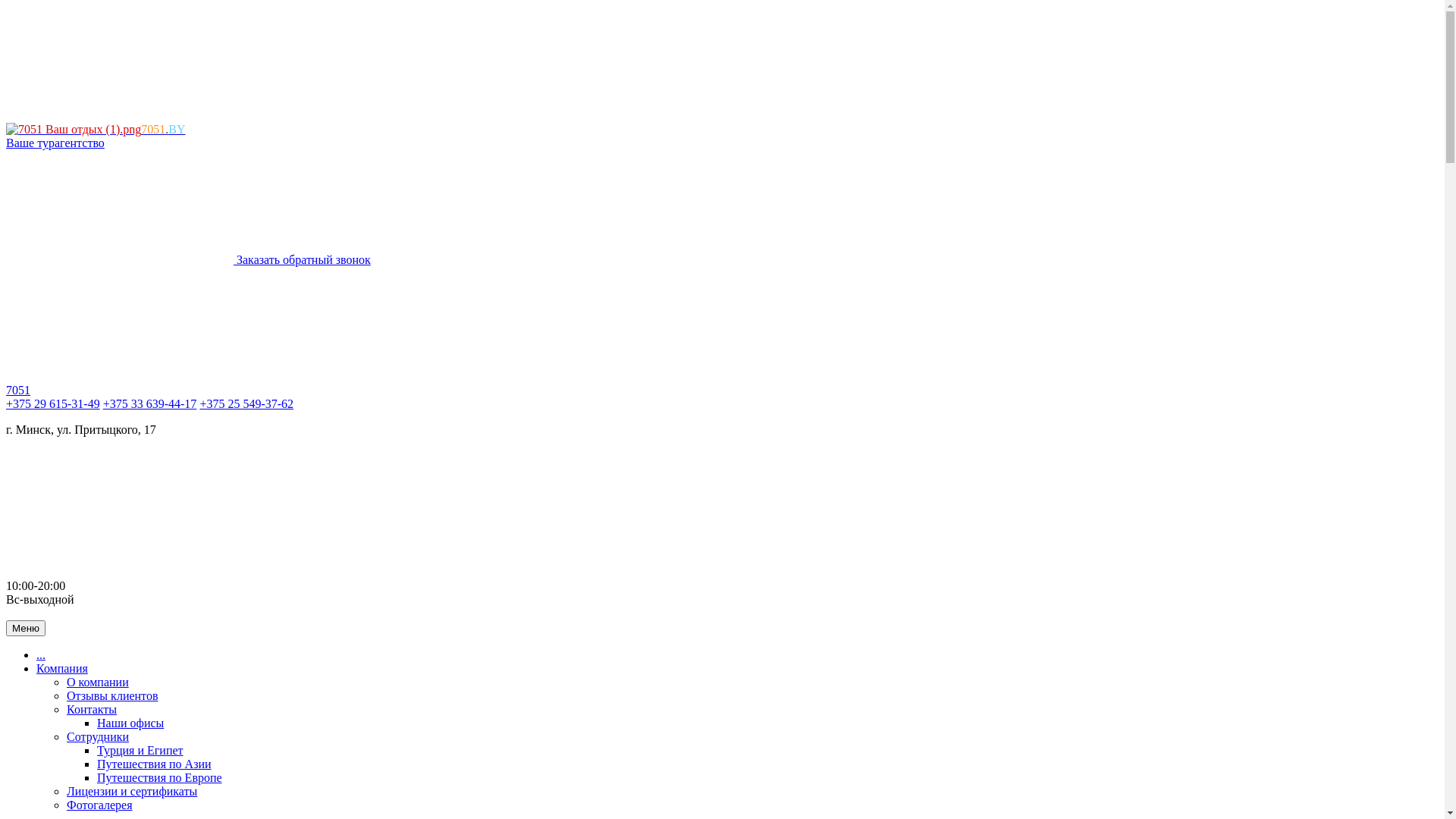  What do you see at coordinates (149, 403) in the screenshot?
I see `'+375 33 639-44-17'` at bounding box center [149, 403].